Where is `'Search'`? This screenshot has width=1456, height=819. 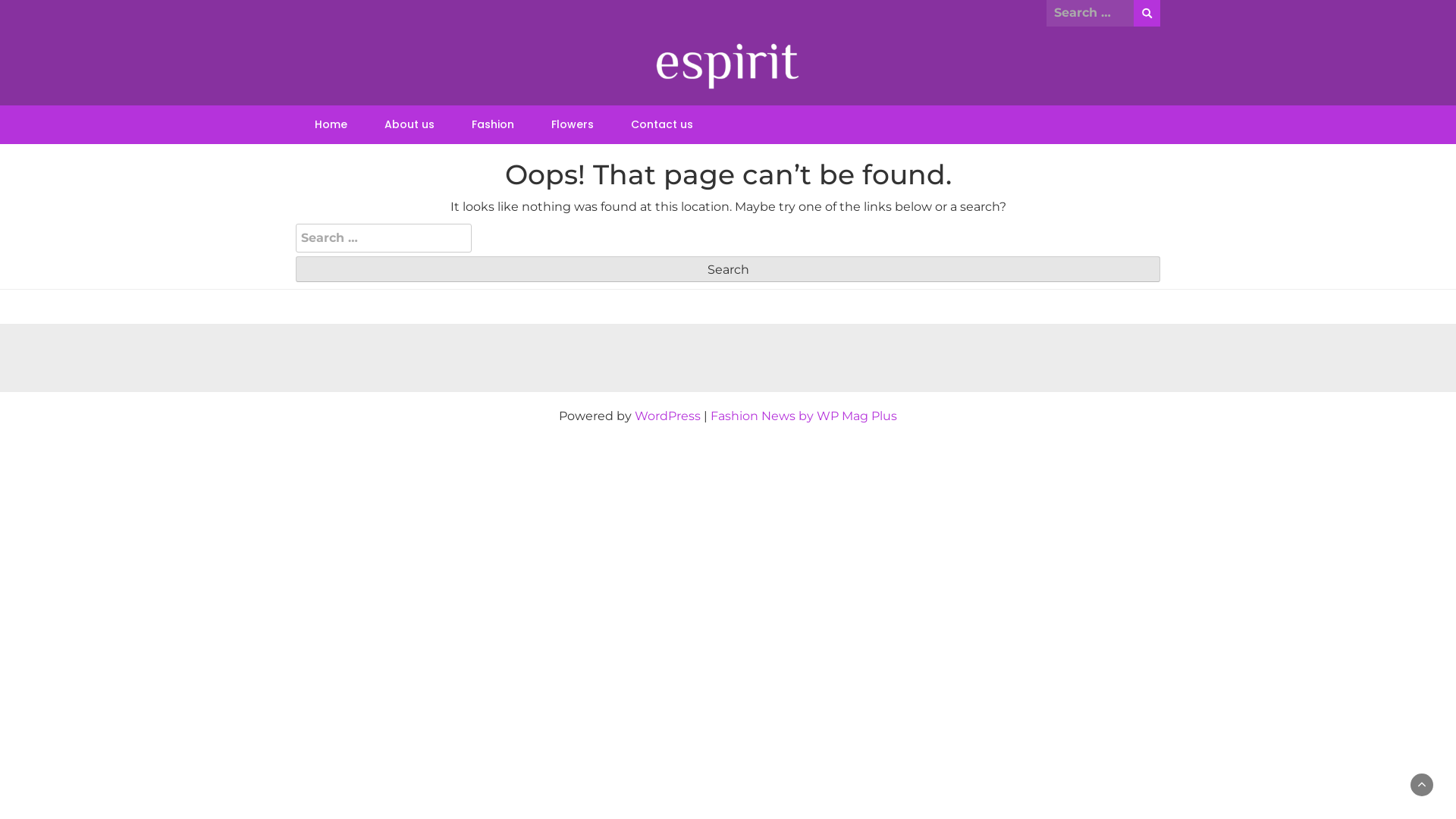
'Search' is located at coordinates (1147, 13).